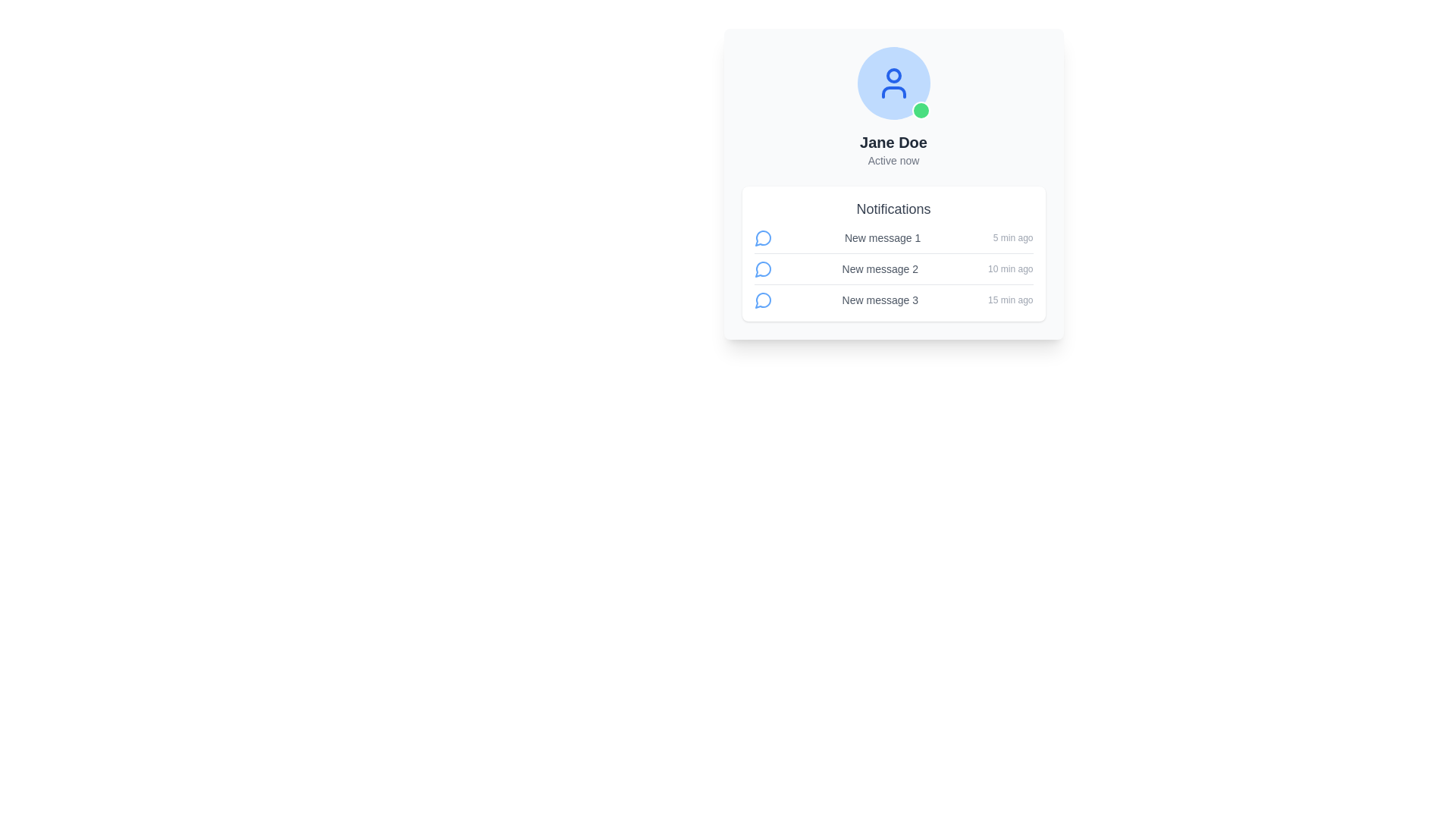 The image size is (1456, 819). I want to click on the blue circle icon that contains a speech bubble, located in the leftmost position of the 'New message 3' row, so click(763, 300).